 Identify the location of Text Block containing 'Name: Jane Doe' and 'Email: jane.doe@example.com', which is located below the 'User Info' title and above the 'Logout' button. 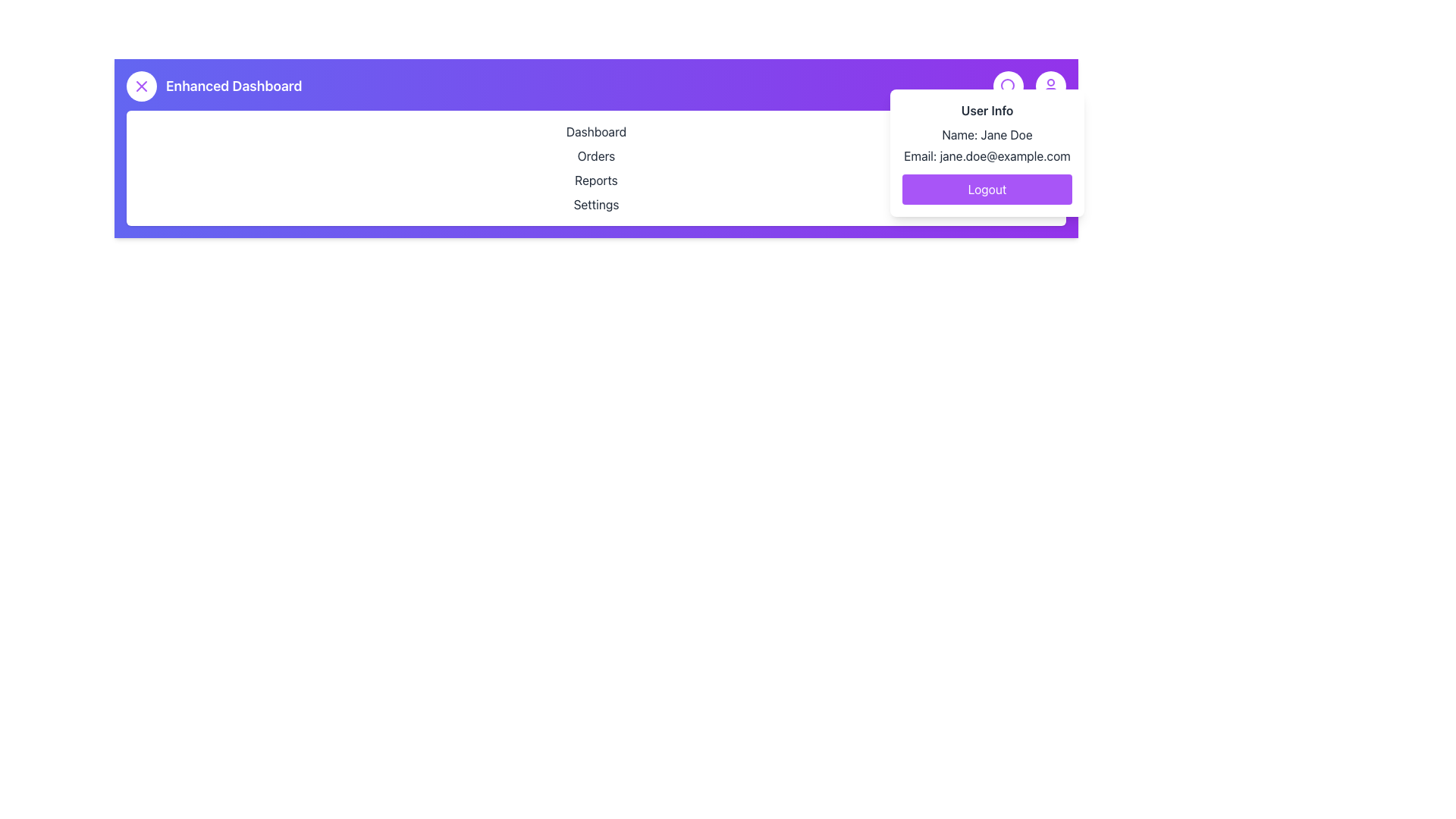
(987, 146).